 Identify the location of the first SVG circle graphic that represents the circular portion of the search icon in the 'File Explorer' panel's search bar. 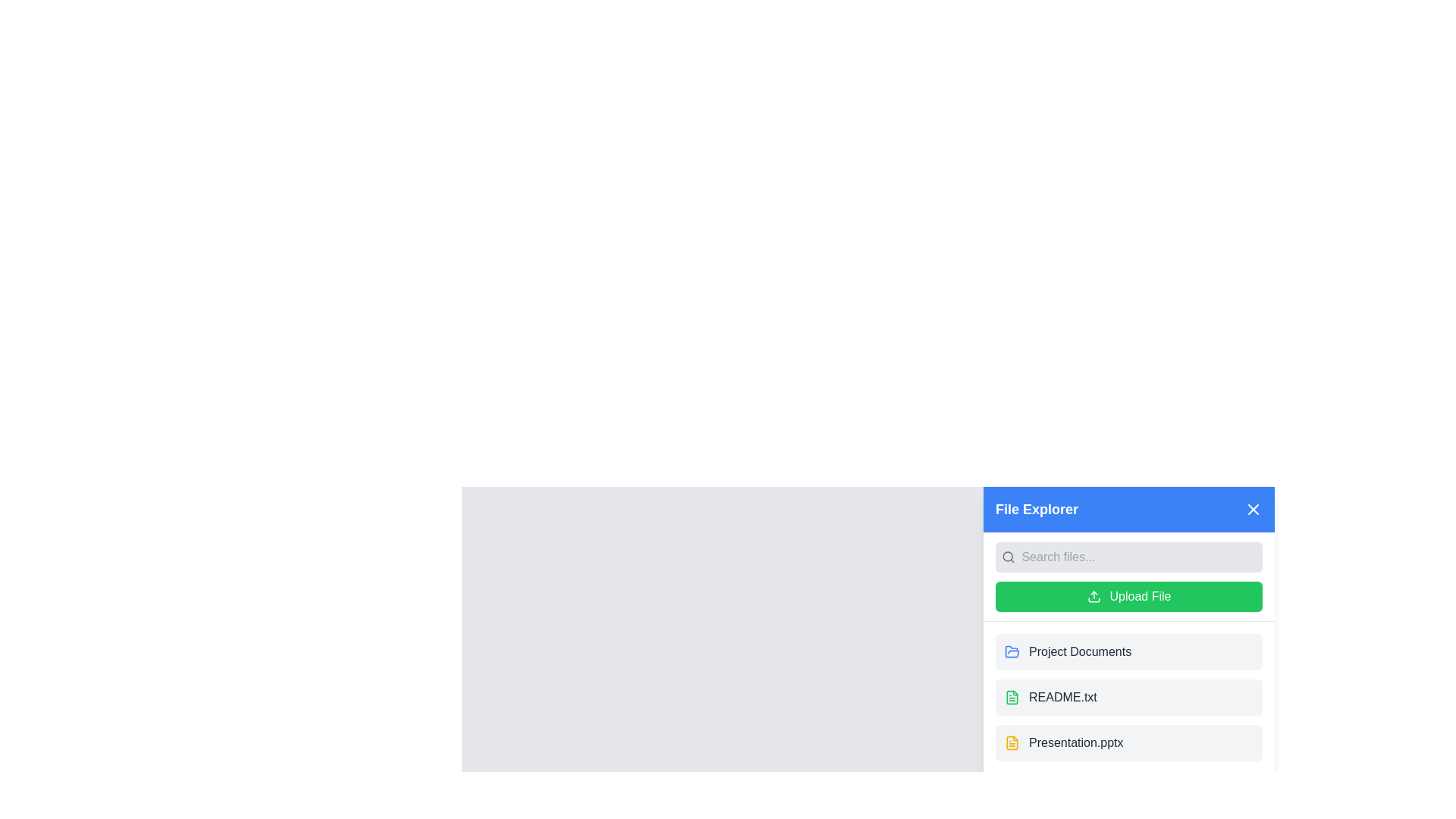
(1008, 557).